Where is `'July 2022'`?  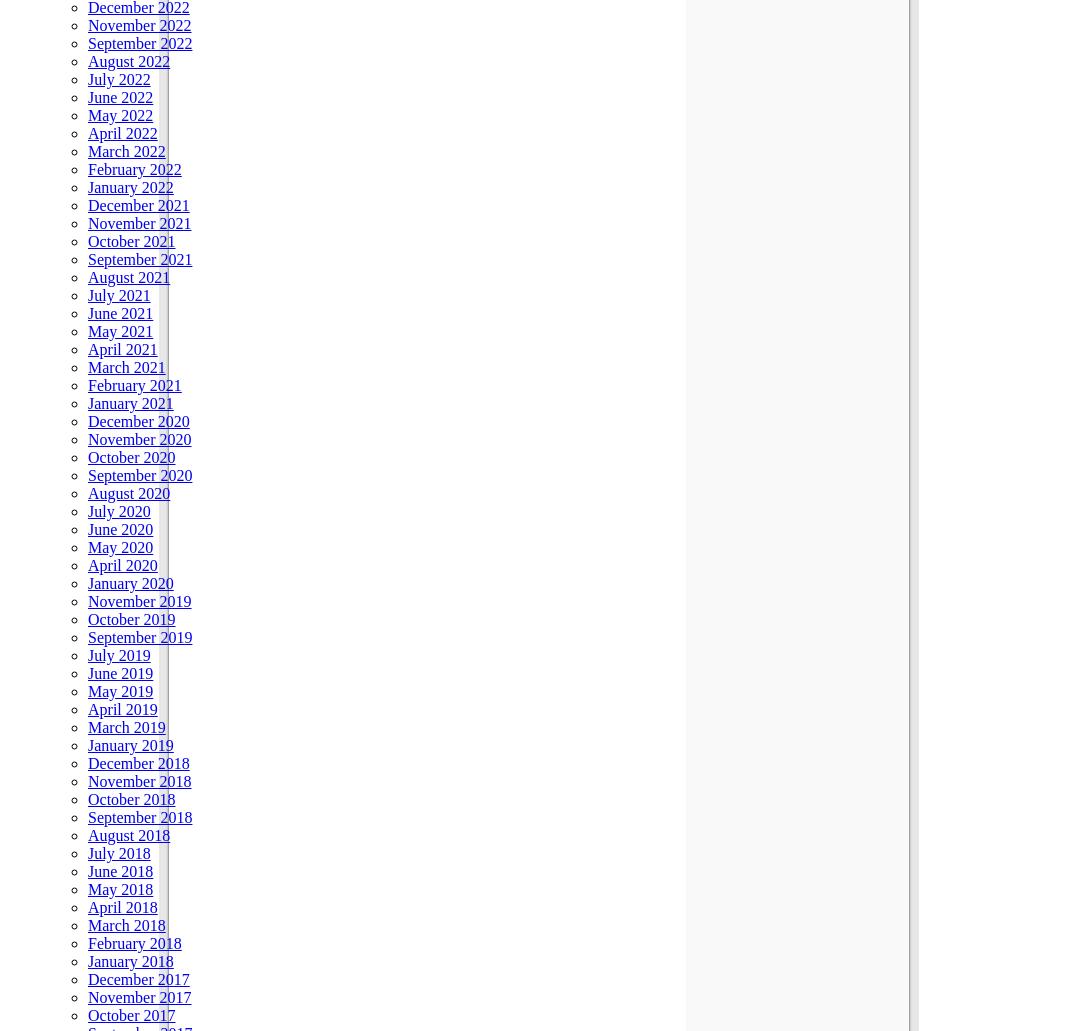 'July 2022' is located at coordinates (118, 78).